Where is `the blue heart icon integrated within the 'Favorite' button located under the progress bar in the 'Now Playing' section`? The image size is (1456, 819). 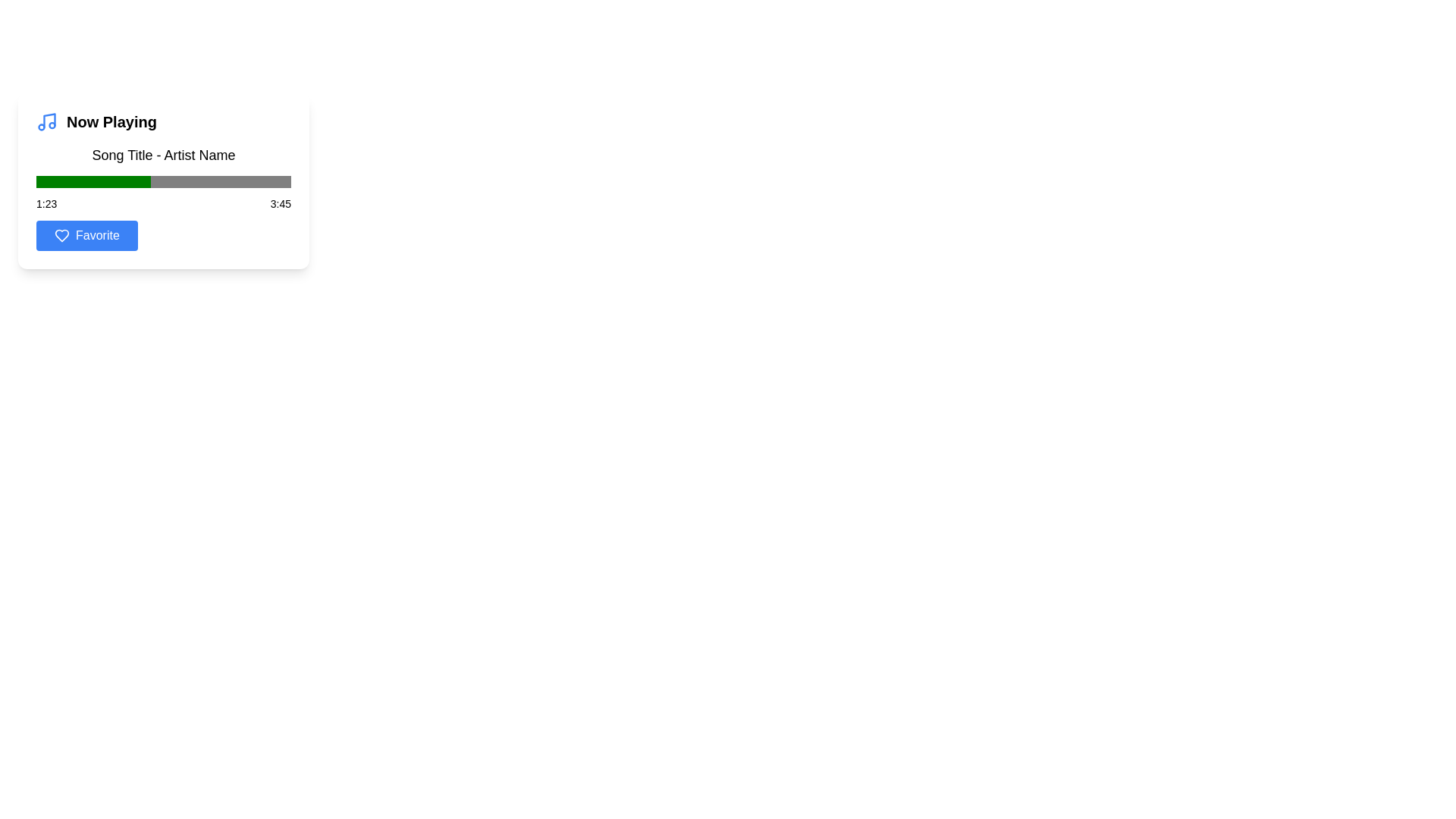 the blue heart icon integrated within the 'Favorite' button located under the progress bar in the 'Now Playing' section is located at coordinates (61, 236).